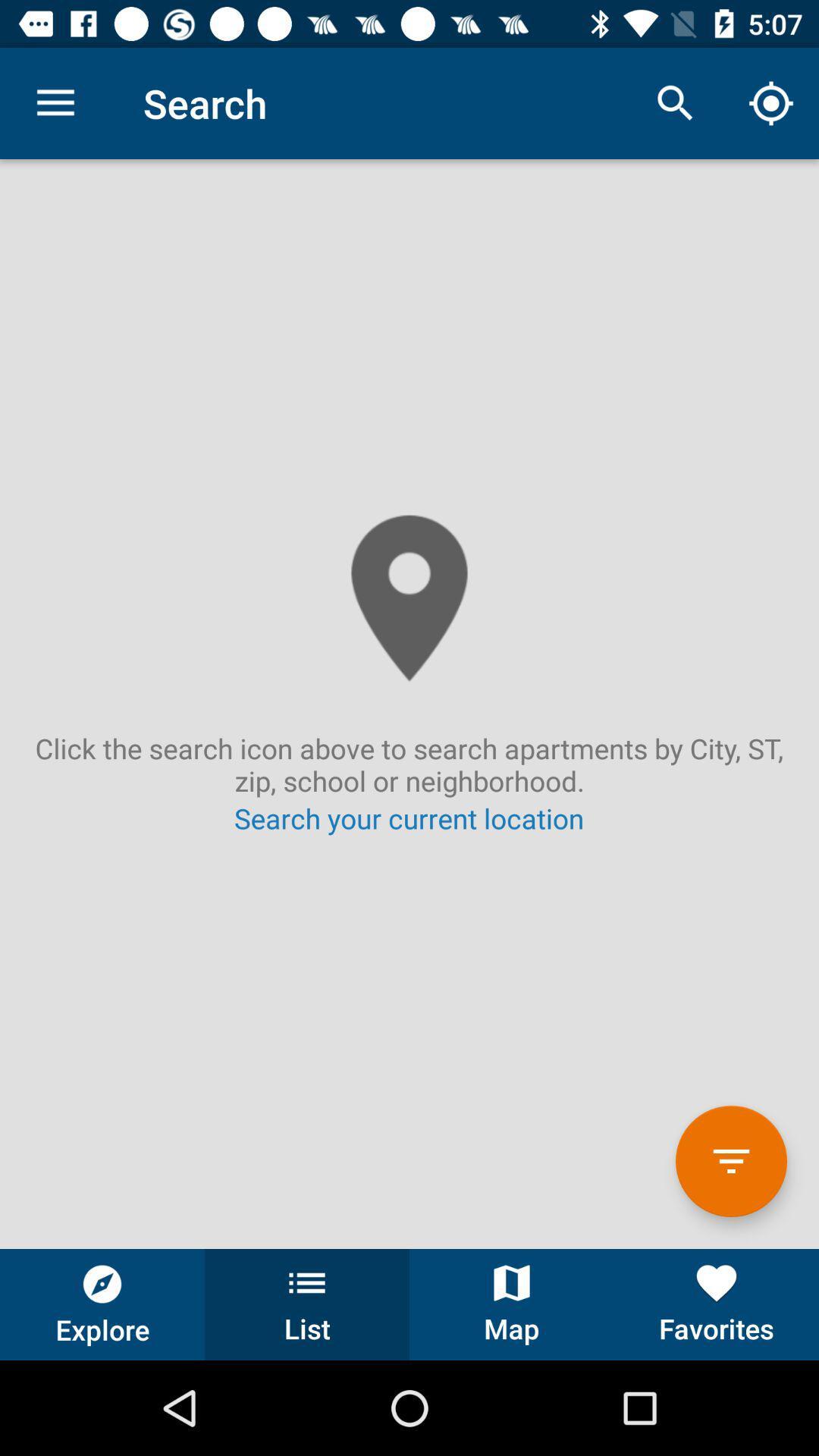 This screenshot has width=819, height=1456. Describe the element at coordinates (730, 1160) in the screenshot. I see `the filter_list icon` at that location.